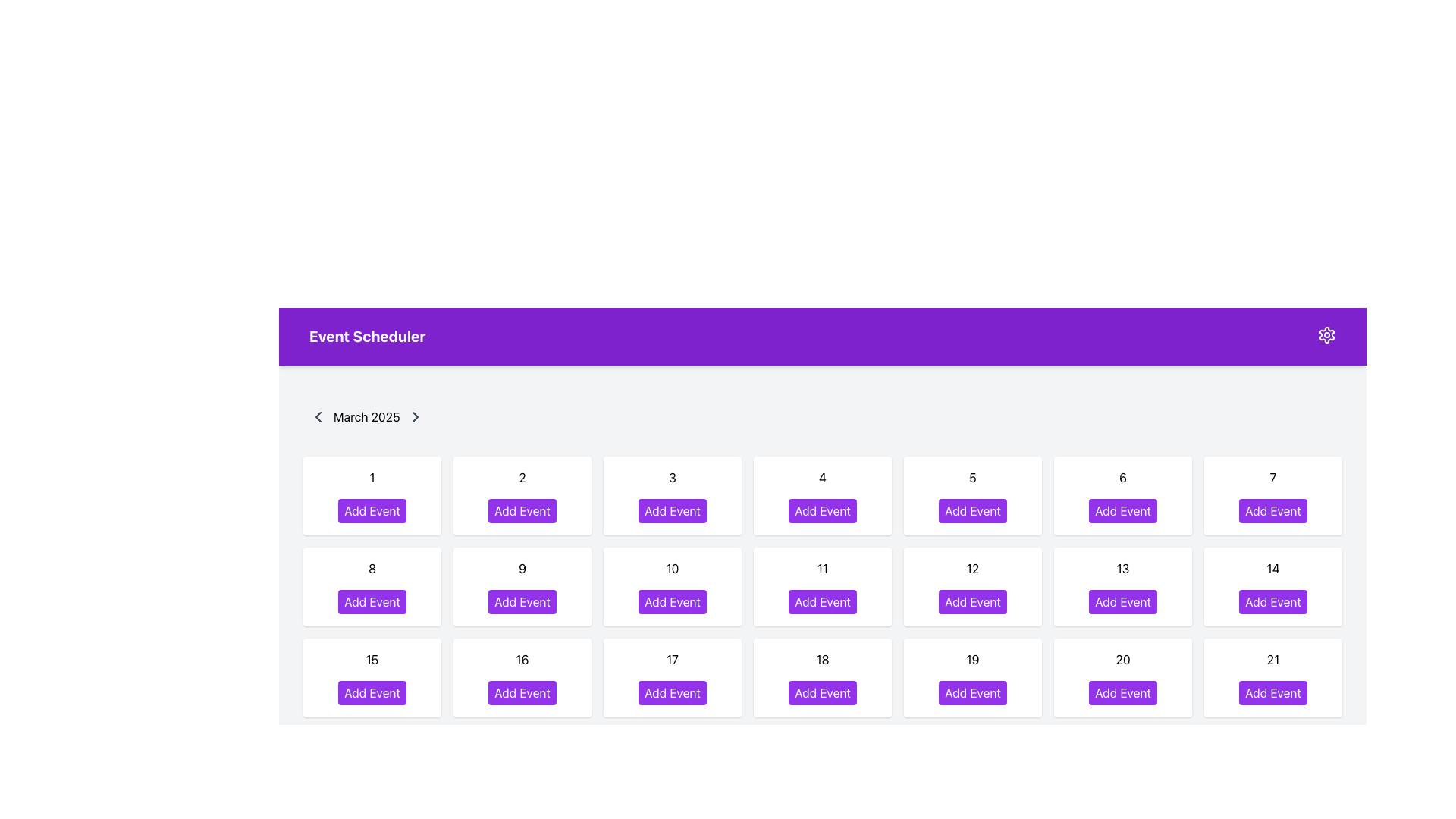 Image resolution: width=1456 pixels, height=819 pixels. What do you see at coordinates (1123, 511) in the screenshot?
I see `the button located in the sixth cell of the first row in the calendar layout` at bounding box center [1123, 511].